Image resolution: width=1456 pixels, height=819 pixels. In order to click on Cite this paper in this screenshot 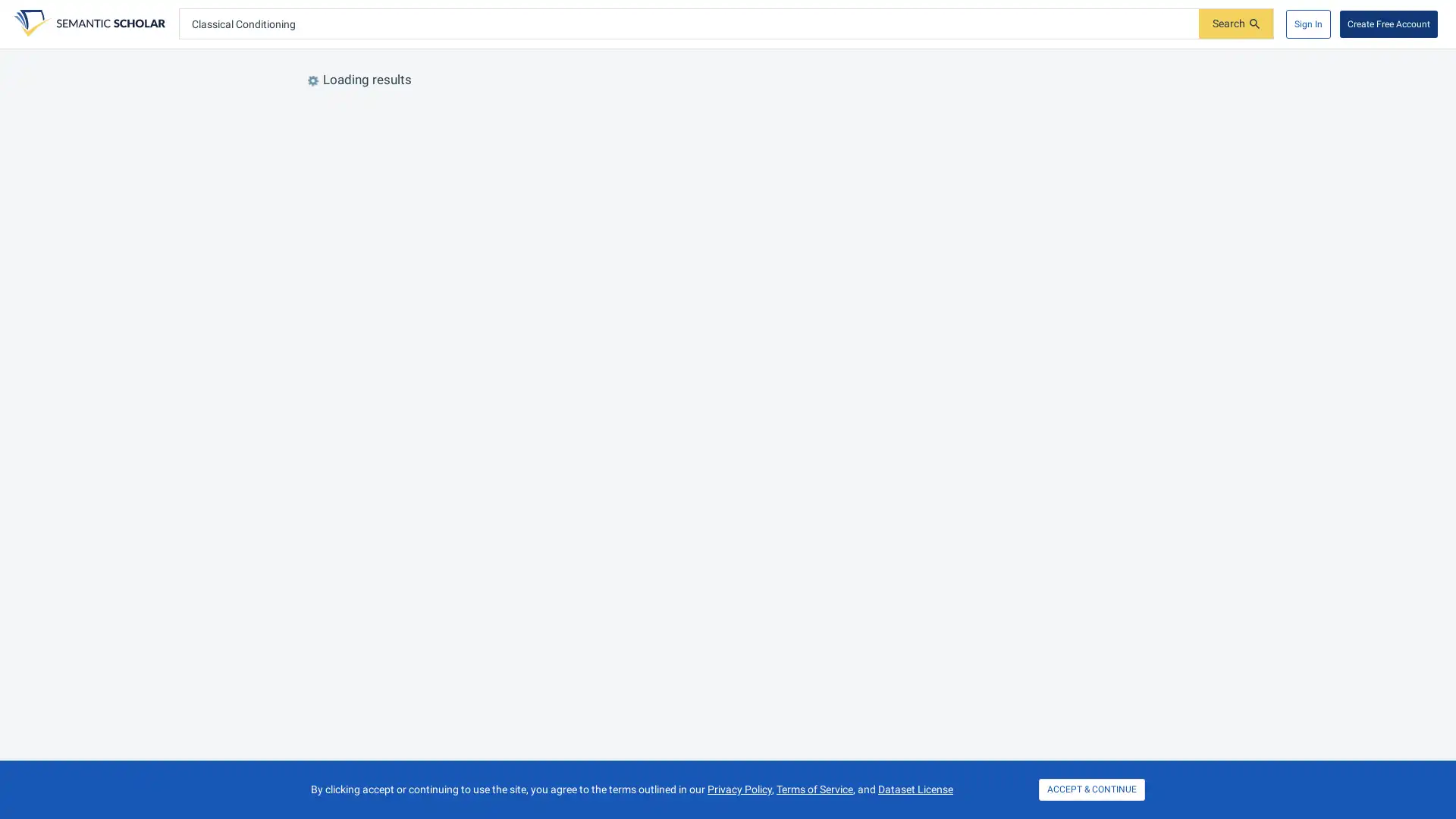, I will do `click(574, 415)`.